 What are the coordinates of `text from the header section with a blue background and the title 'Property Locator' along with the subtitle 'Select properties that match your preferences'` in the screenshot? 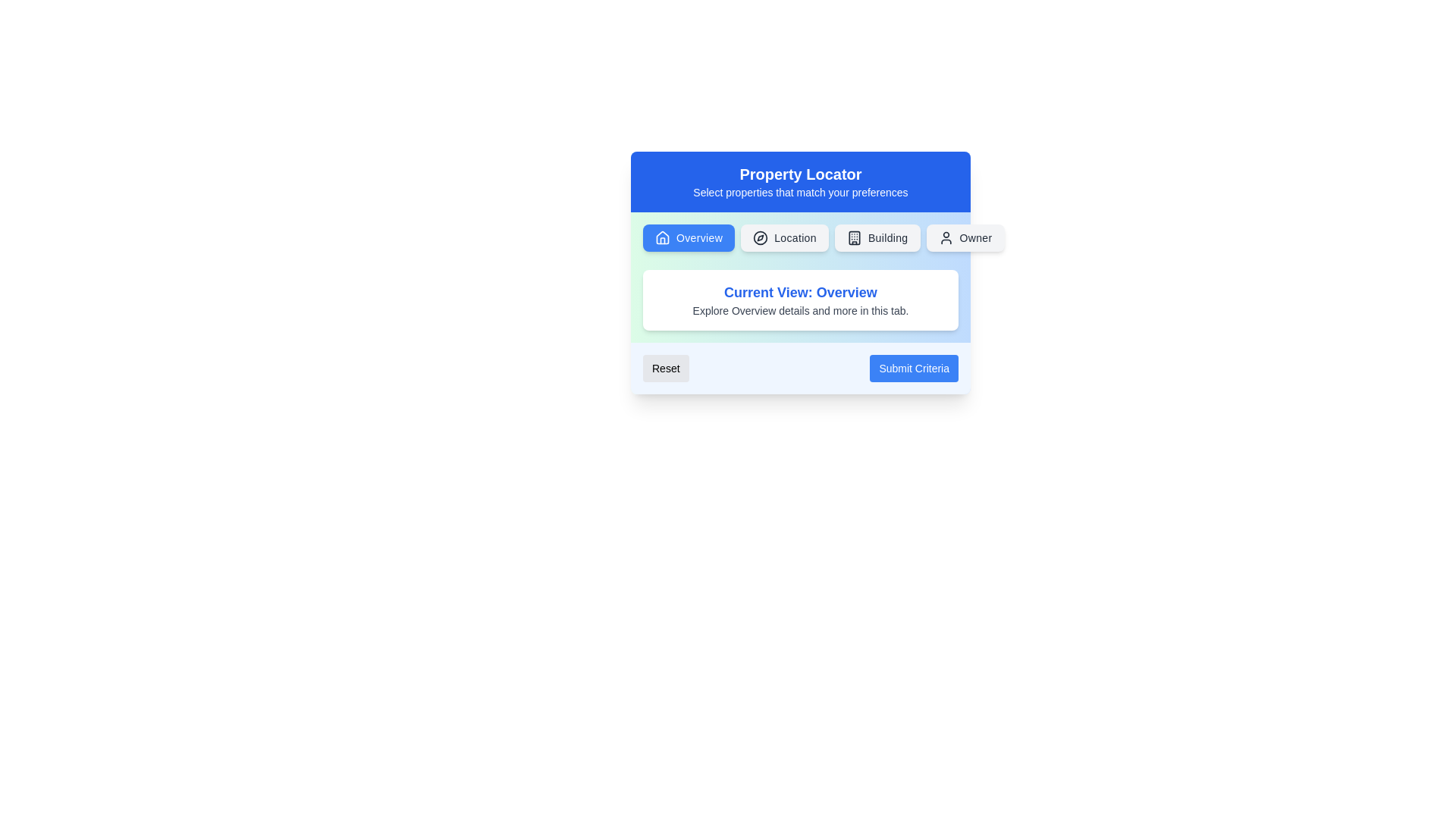 It's located at (800, 180).